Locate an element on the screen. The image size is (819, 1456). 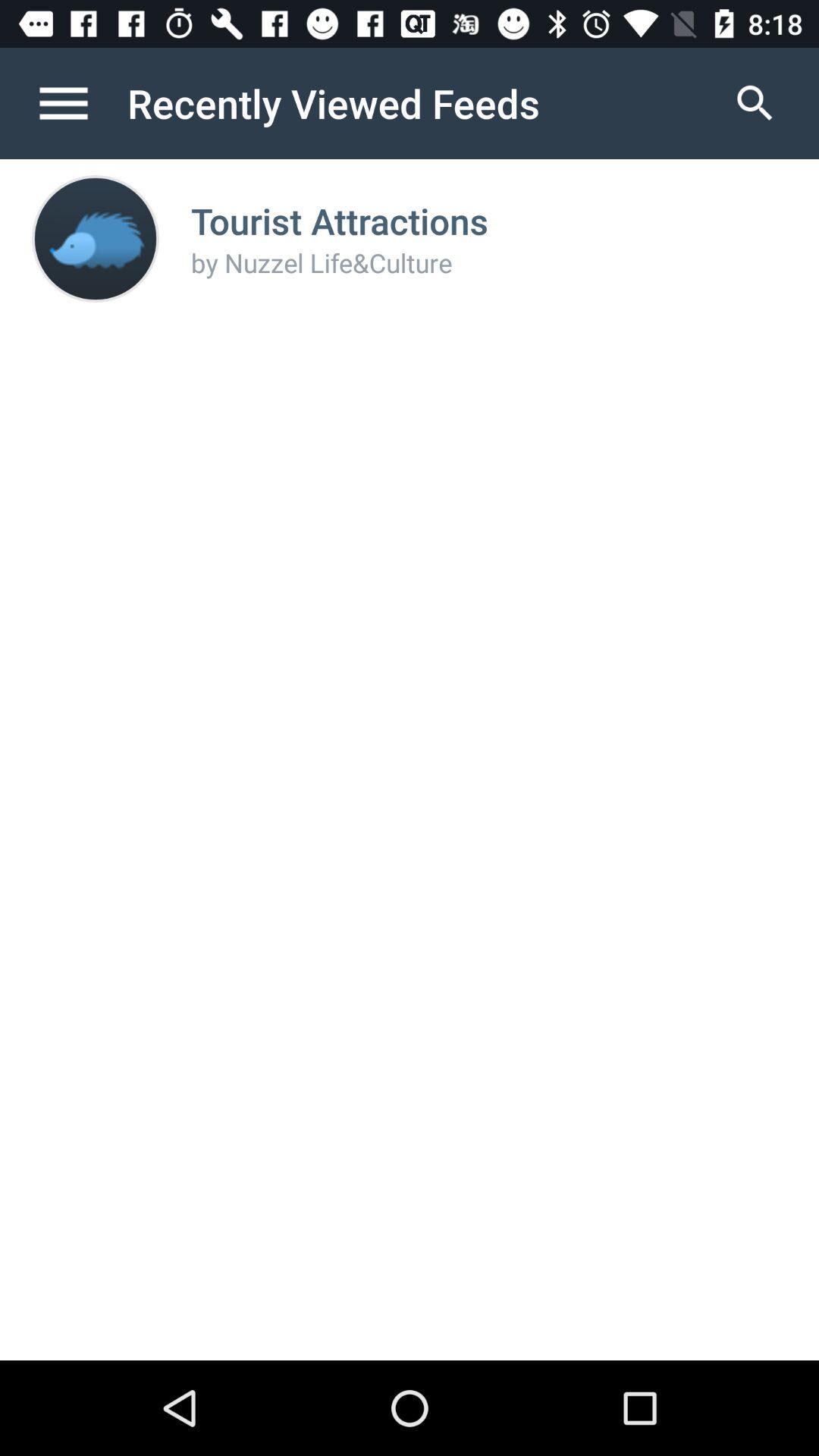
the icon to the left of recently viewed feeds item is located at coordinates (79, 102).